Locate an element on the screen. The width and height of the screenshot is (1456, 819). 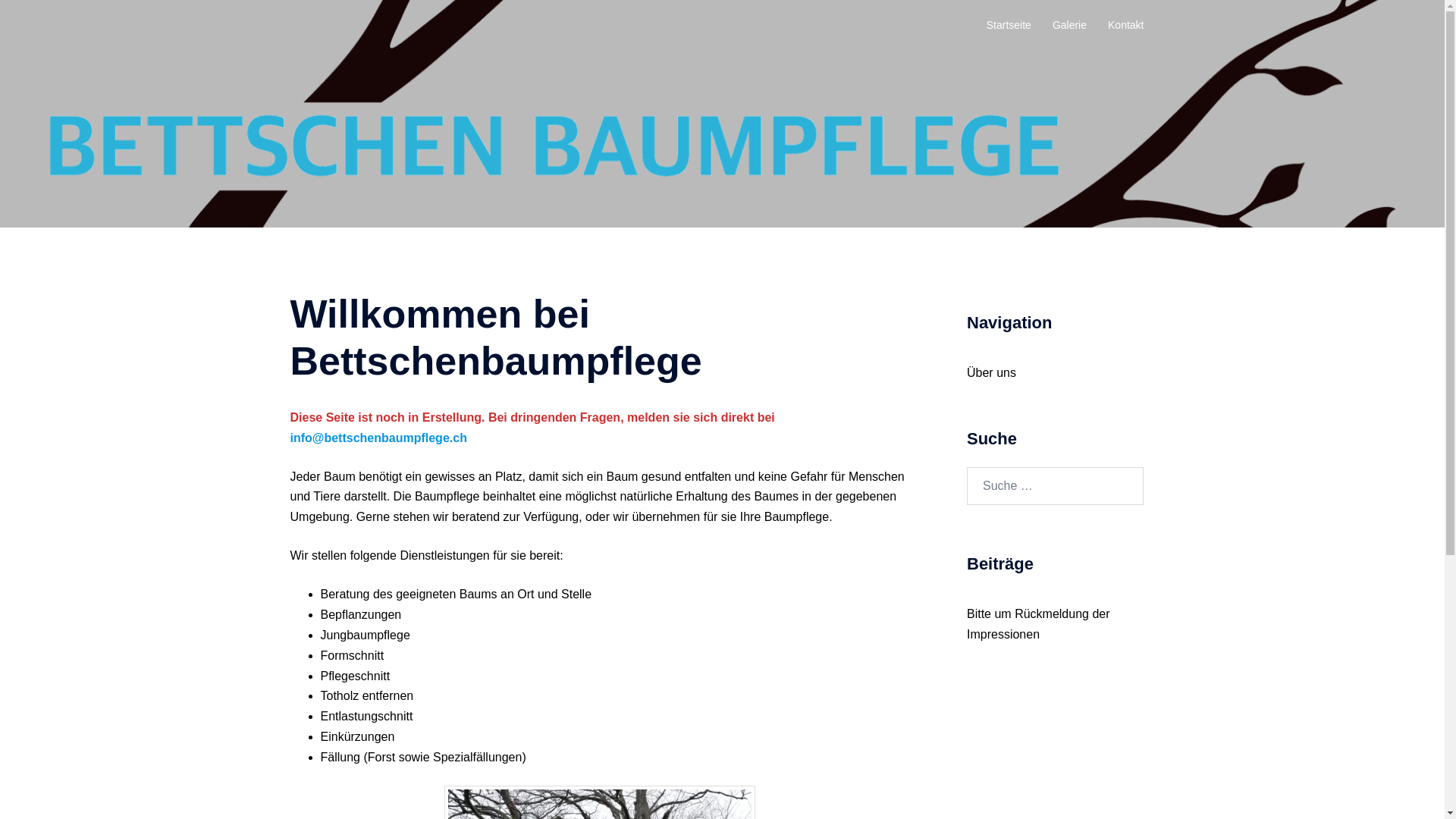
'Galerie' is located at coordinates (1068, 26).